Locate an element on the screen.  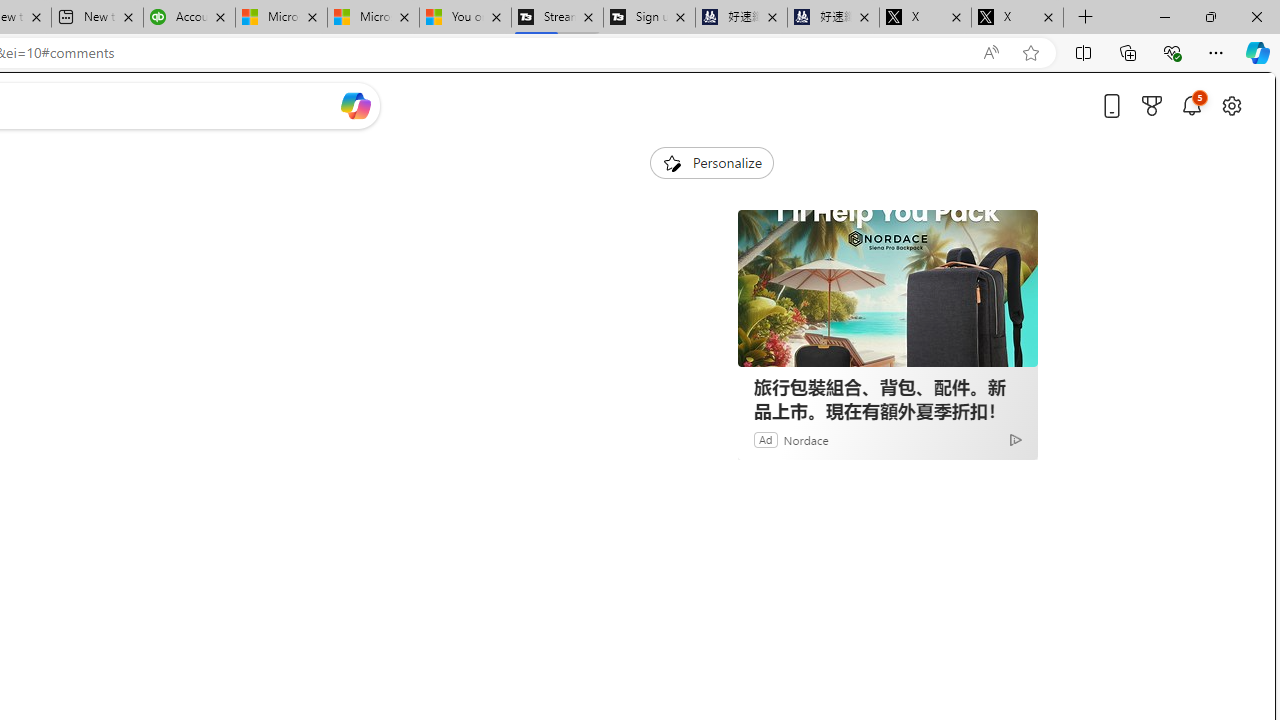
'Open Copilot' is located at coordinates (355, 105).